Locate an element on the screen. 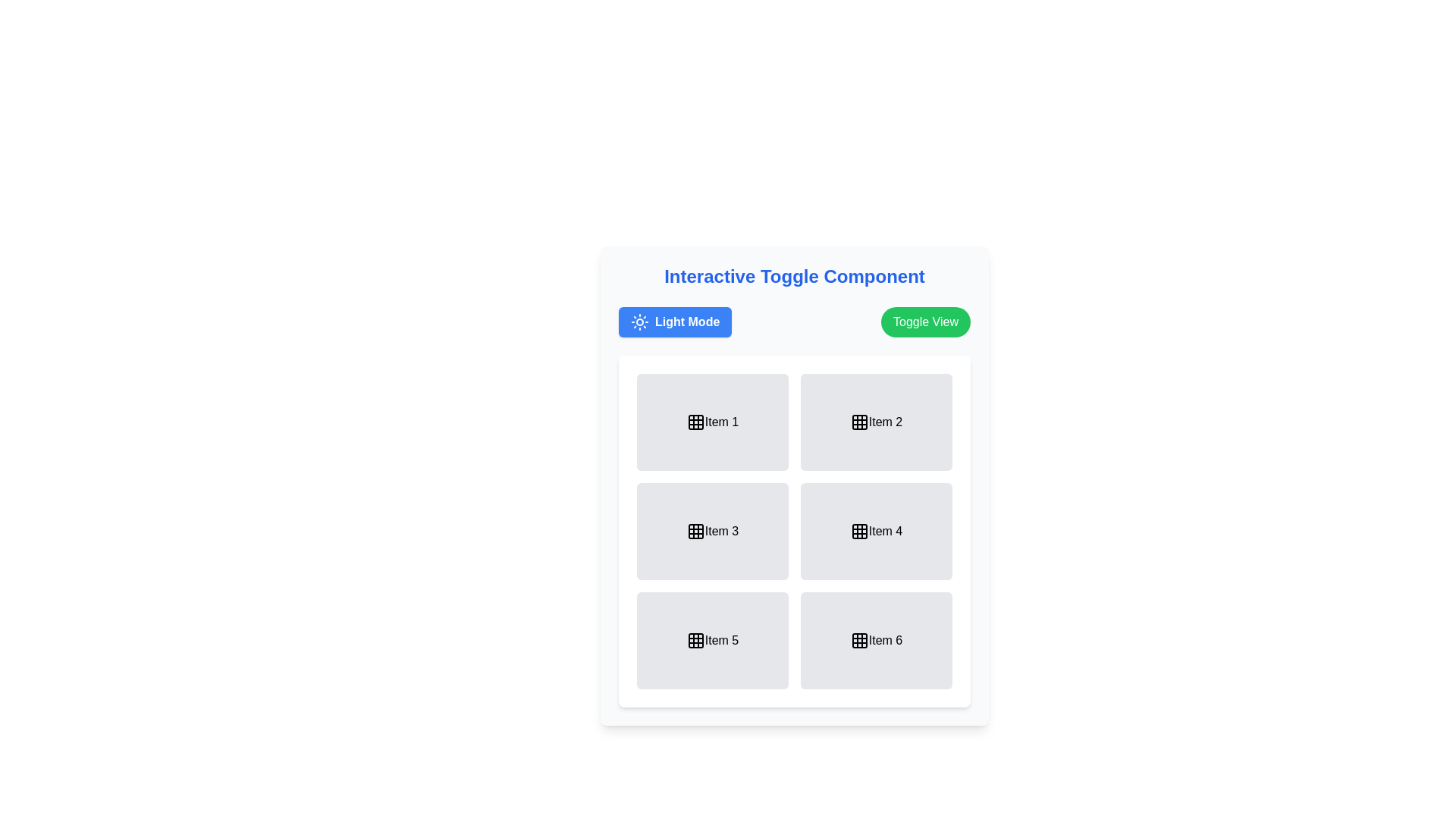 The height and width of the screenshot is (819, 1456). the visual component located in the bottom-right corner of the 3x3 grid icon within the component labeled 'Item 6' is located at coordinates (859, 640).